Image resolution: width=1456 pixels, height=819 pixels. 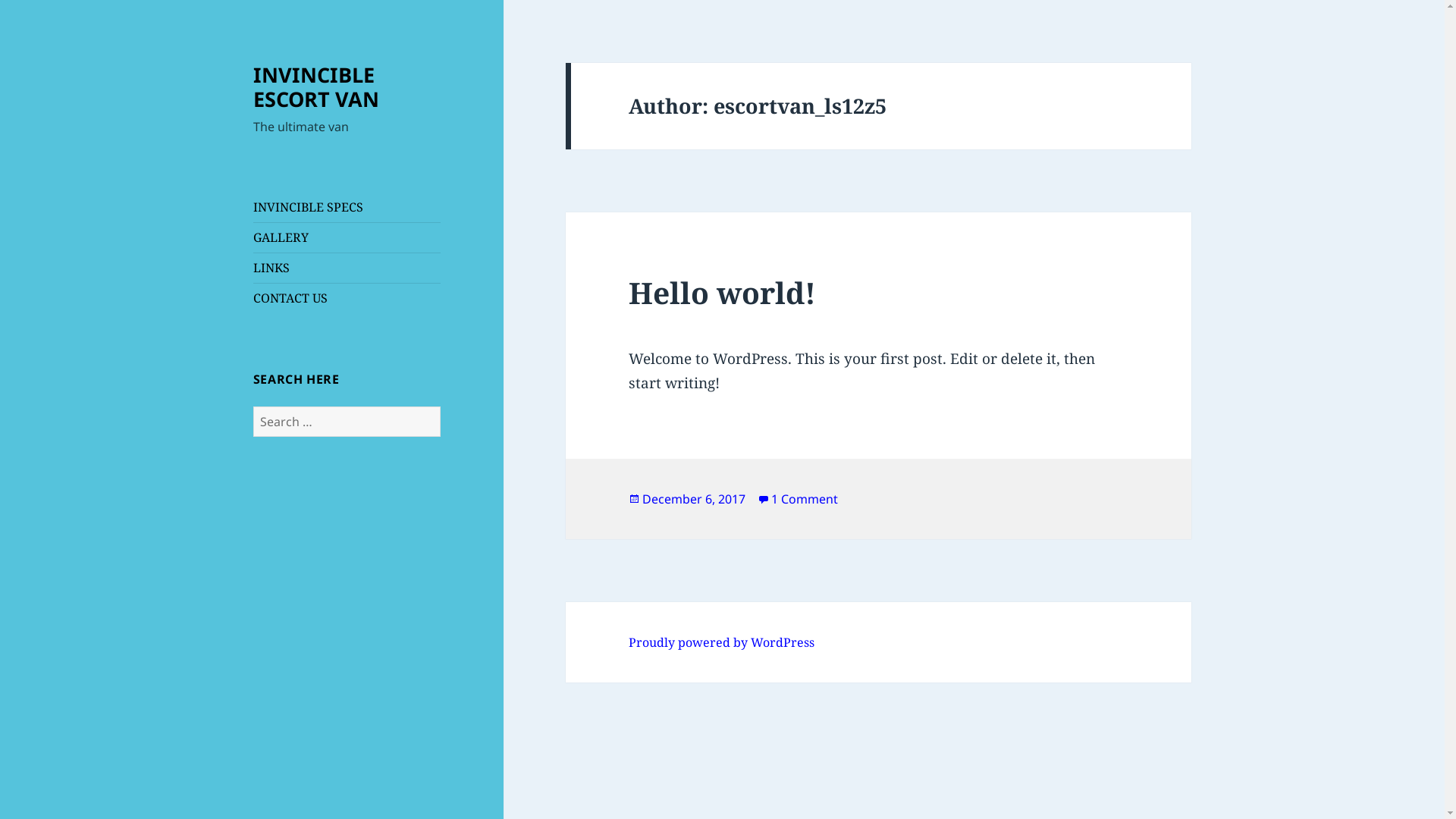 What do you see at coordinates (315, 86) in the screenshot?
I see `'INVINCIBLE ESCORT VAN'` at bounding box center [315, 86].